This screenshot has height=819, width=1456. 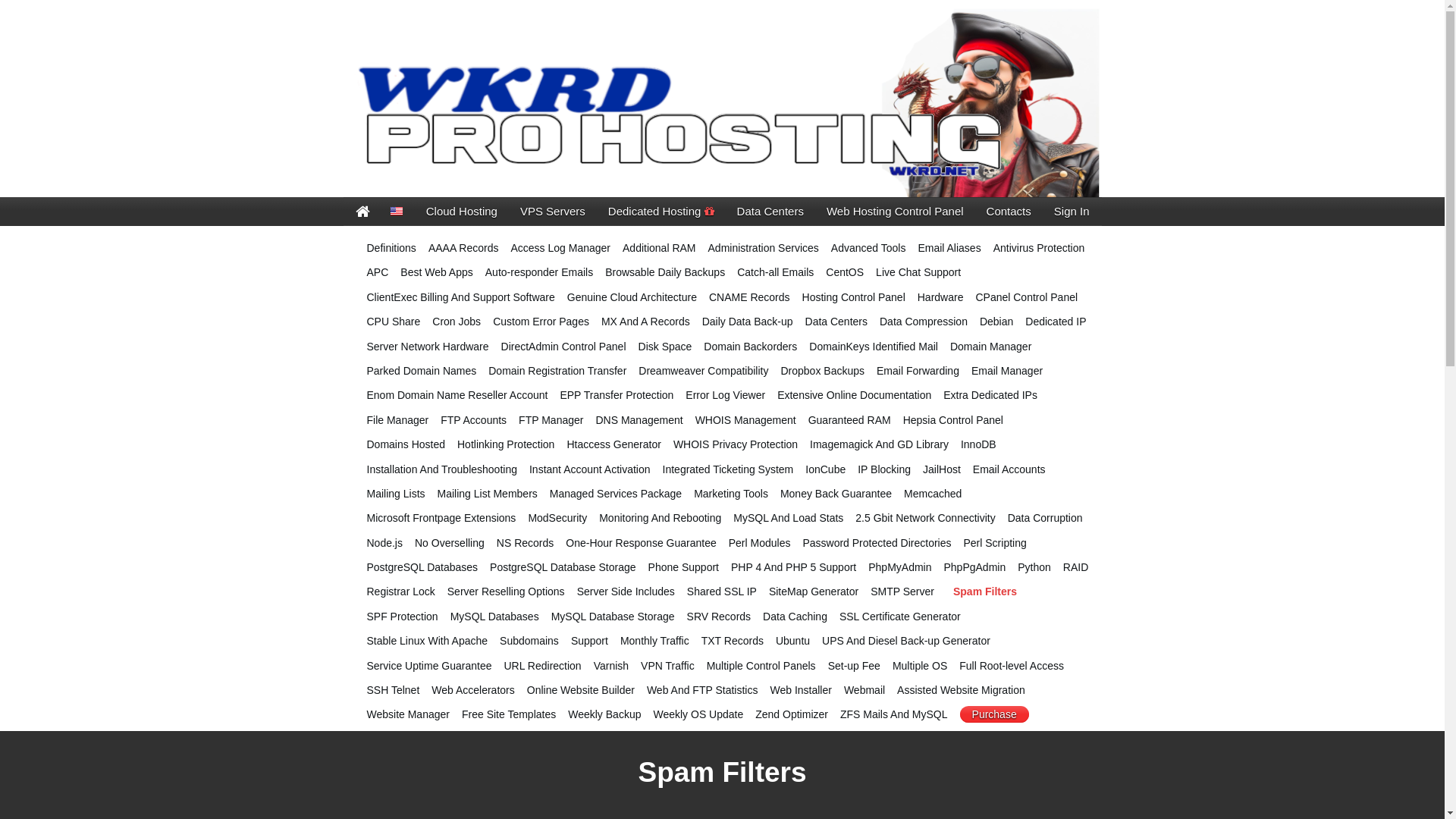 What do you see at coordinates (494, 617) in the screenshot?
I see `'MySQL Databases'` at bounding box center [494, 617].